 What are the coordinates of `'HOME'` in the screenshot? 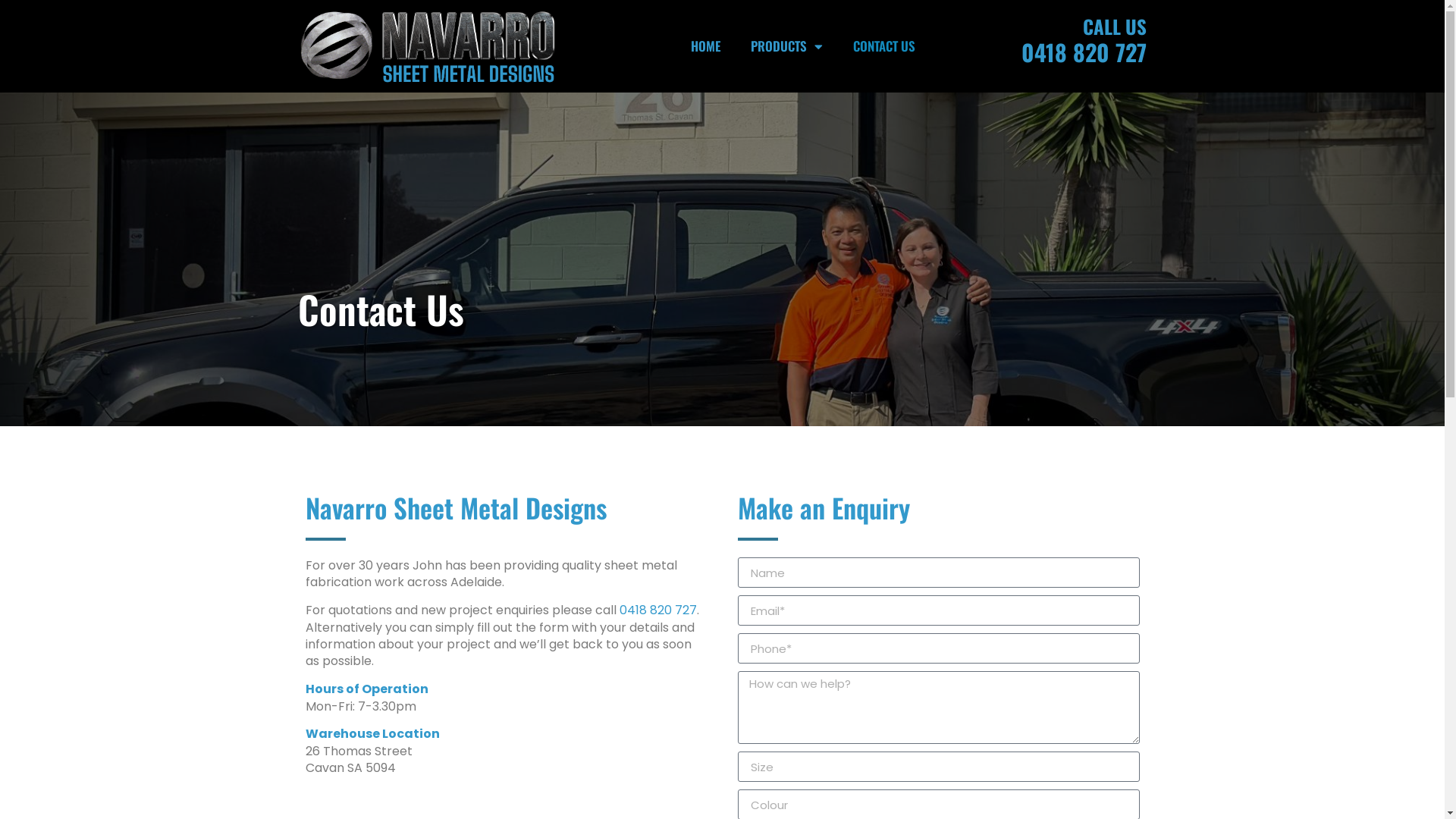 It's located at (704, 45).